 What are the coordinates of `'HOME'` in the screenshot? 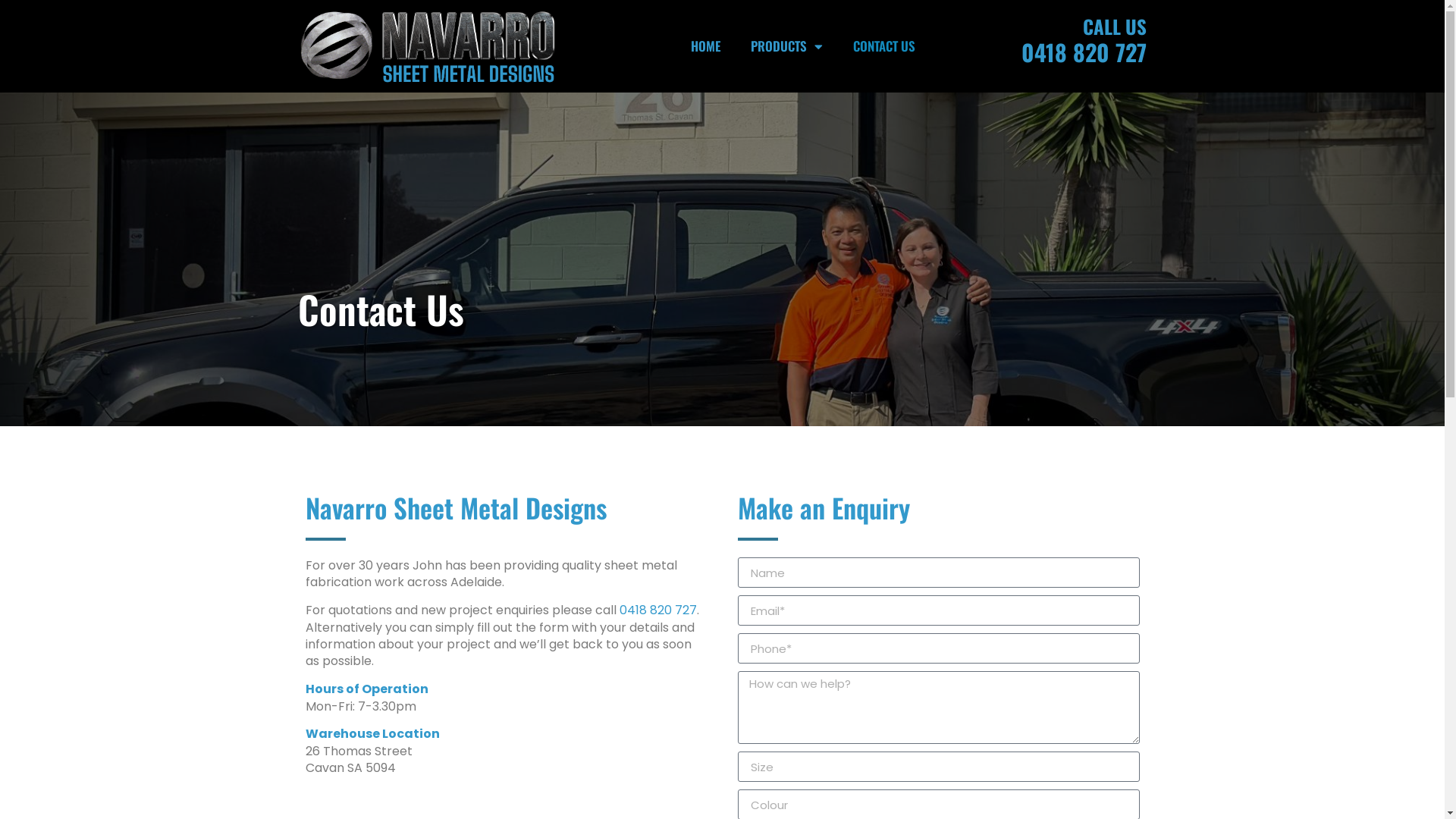 It's located at (704, 45).